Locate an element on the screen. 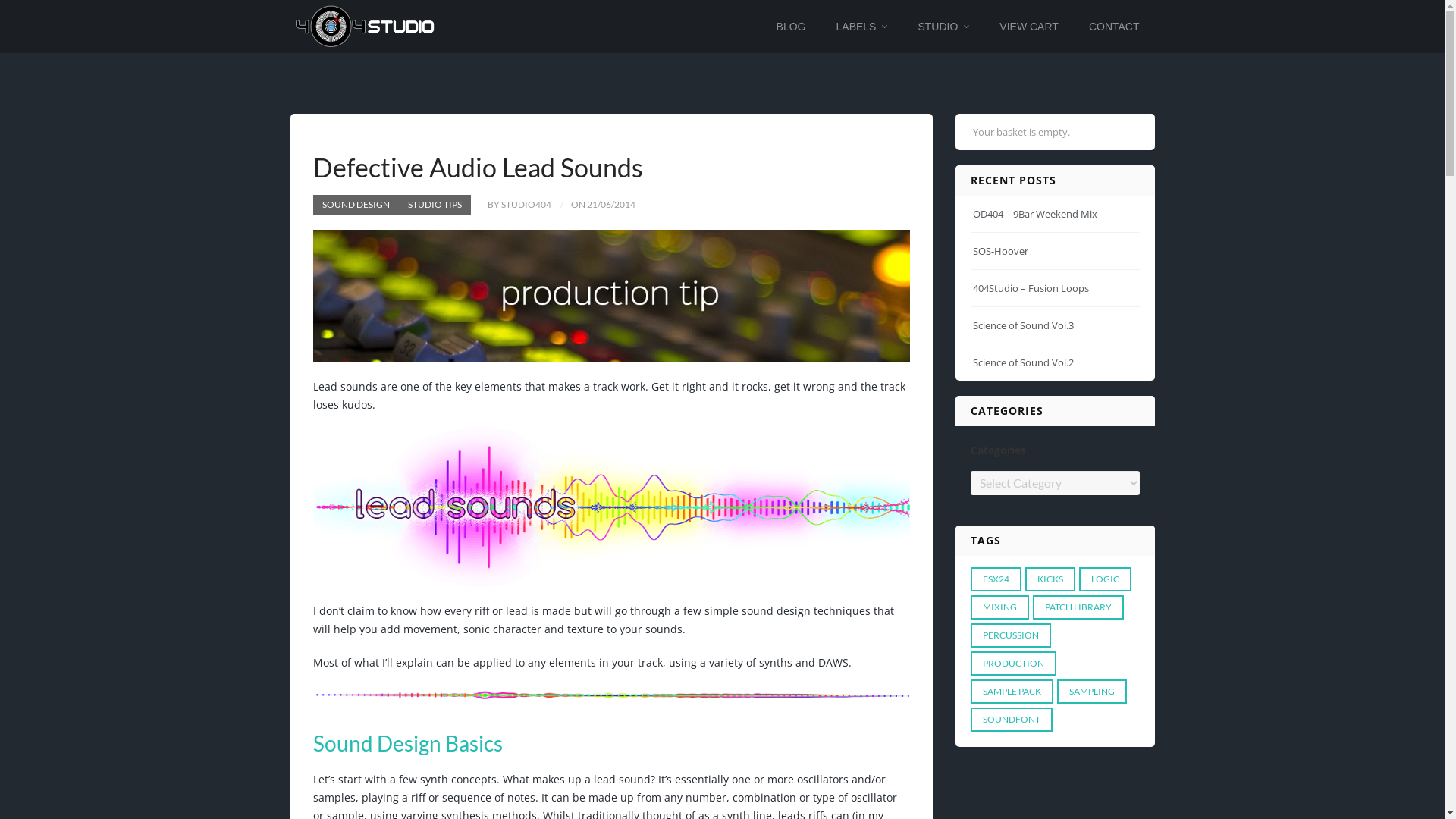 The width and height of the screenshot is (1456, 819). 'LOGIC' is located at coordinates (1105, 579).